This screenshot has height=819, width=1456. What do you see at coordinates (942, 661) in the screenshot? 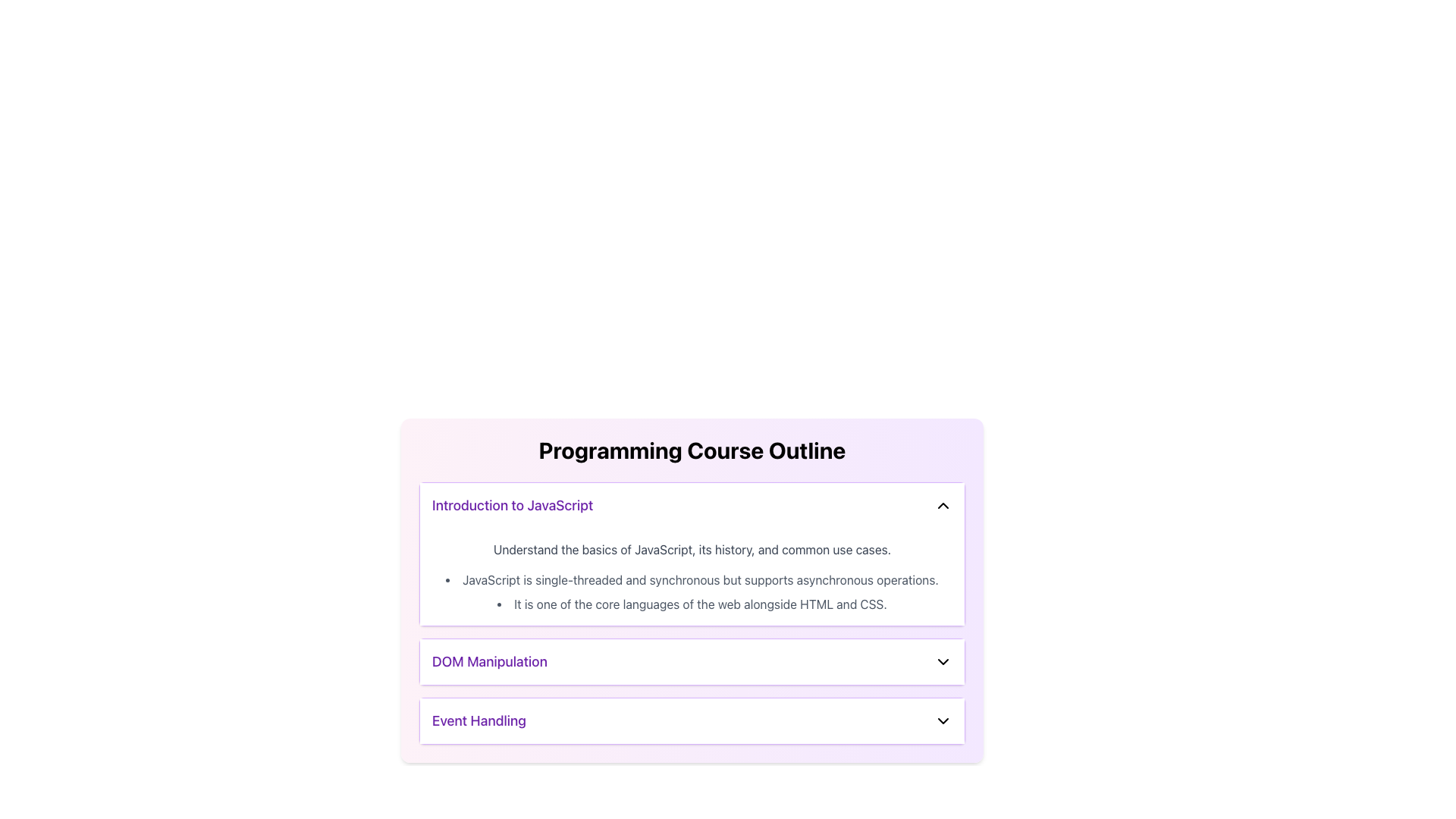
I see `the downward-facing chevron icon located at the far-right edge of the 'DOM Manipulation' section` at bounding box center [942, 661].